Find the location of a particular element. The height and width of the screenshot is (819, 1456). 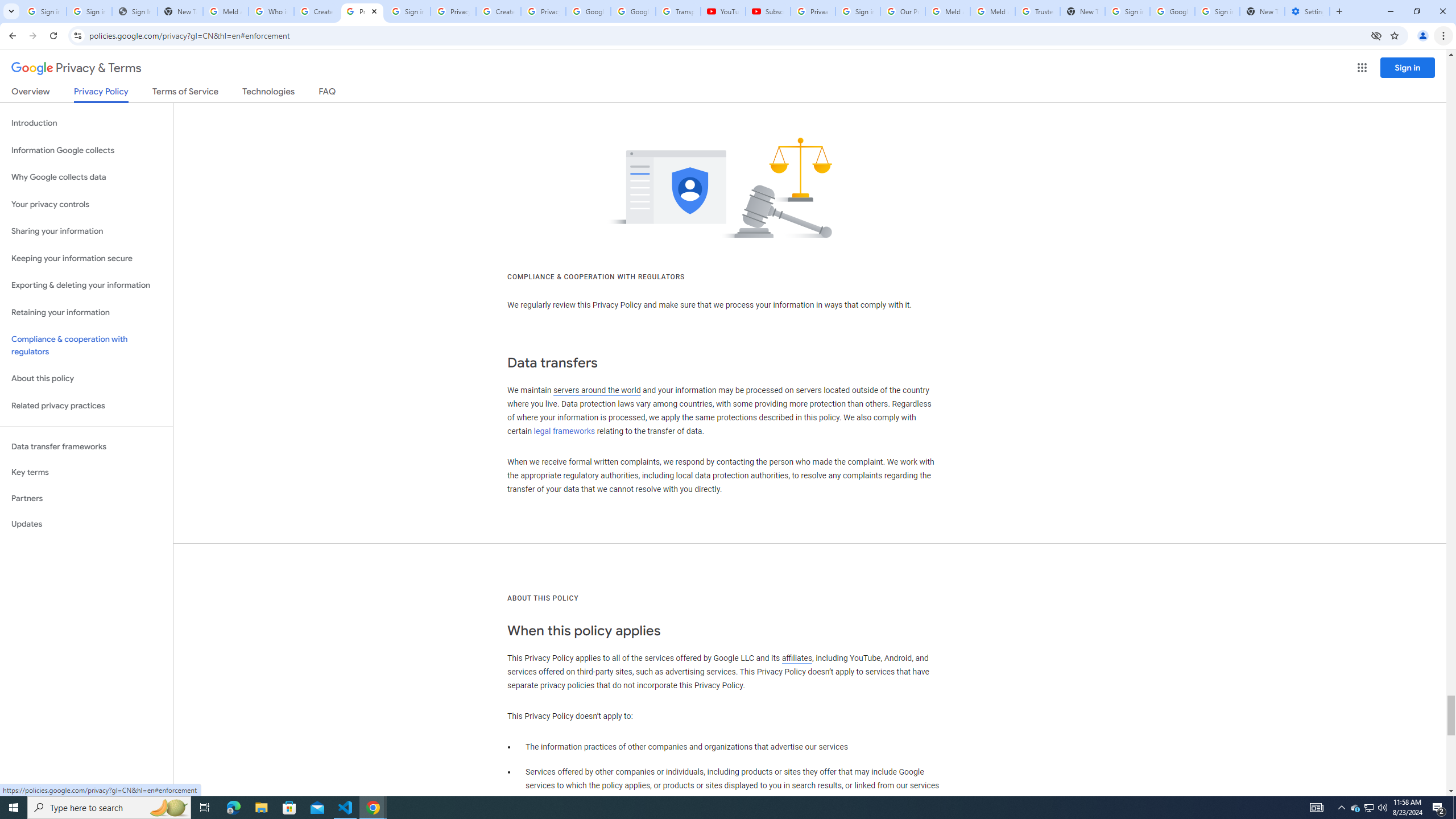

'New Tab' is located at coordinates (1261, 11).